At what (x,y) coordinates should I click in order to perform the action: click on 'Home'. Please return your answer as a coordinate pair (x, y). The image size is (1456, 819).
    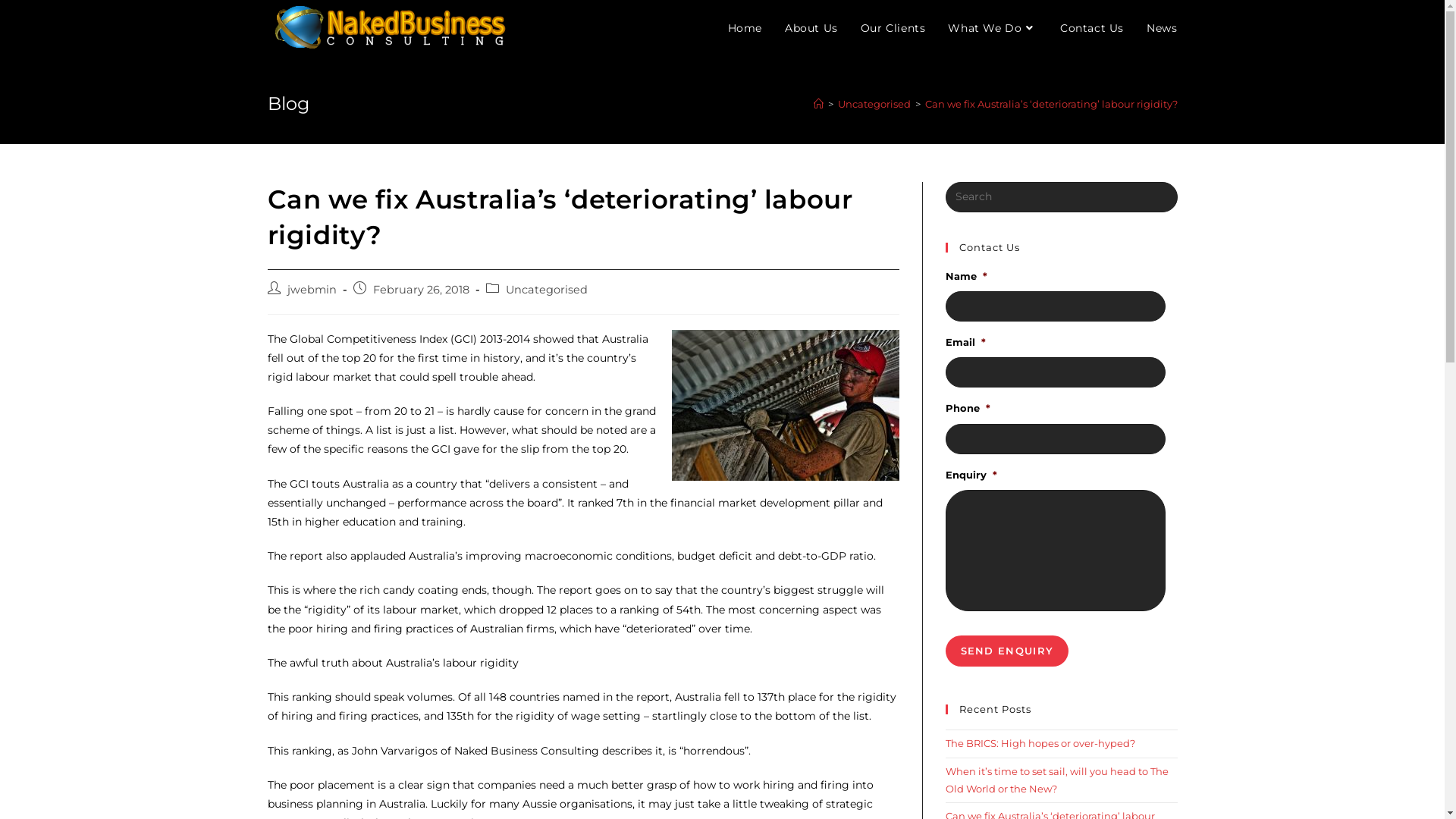
    Looking at the image, I should click on (745, 28).